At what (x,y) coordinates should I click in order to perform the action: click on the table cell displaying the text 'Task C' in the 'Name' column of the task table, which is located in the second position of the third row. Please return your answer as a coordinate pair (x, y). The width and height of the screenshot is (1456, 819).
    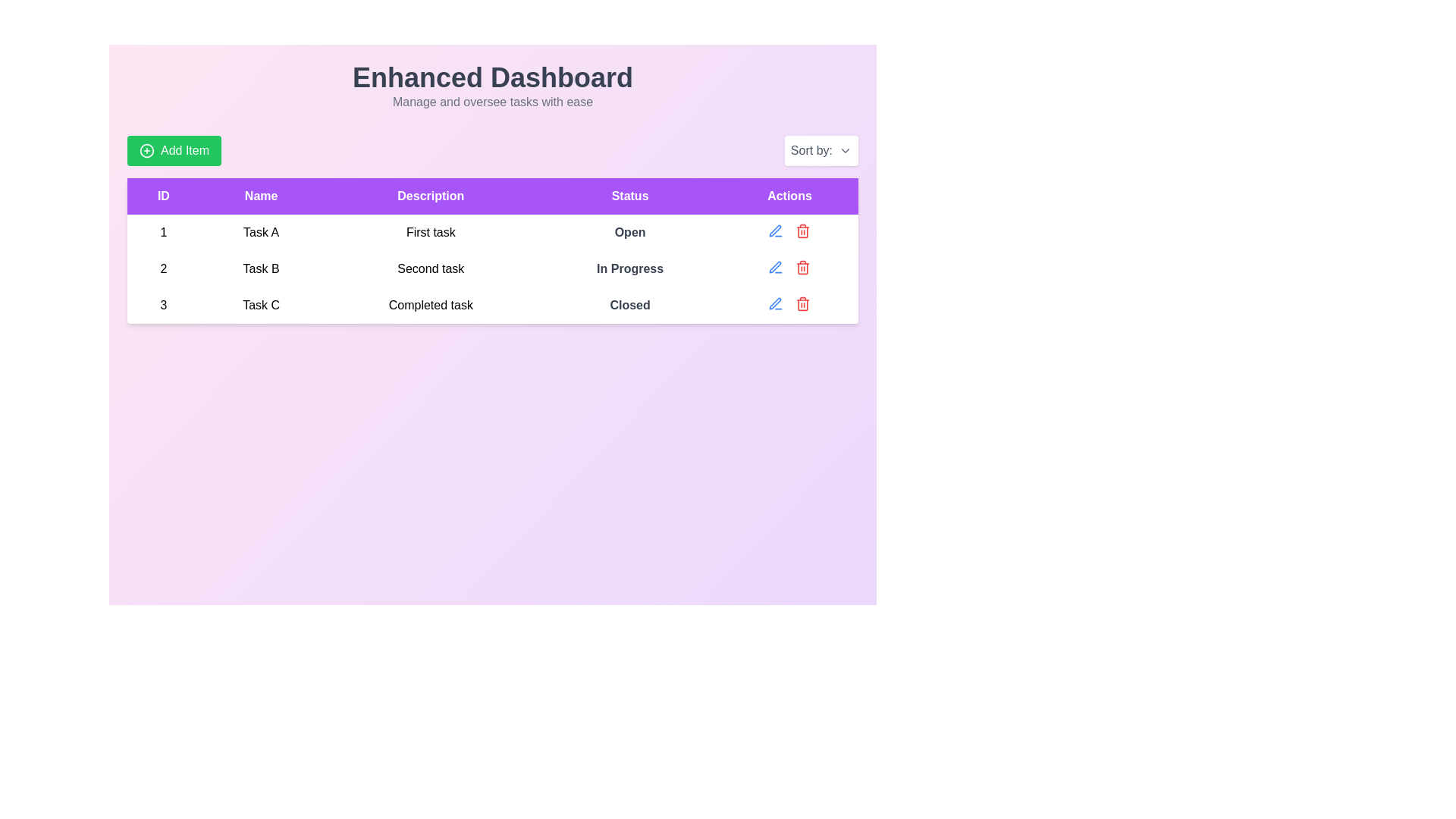
    Looking at the image, I should click on (261, 305).